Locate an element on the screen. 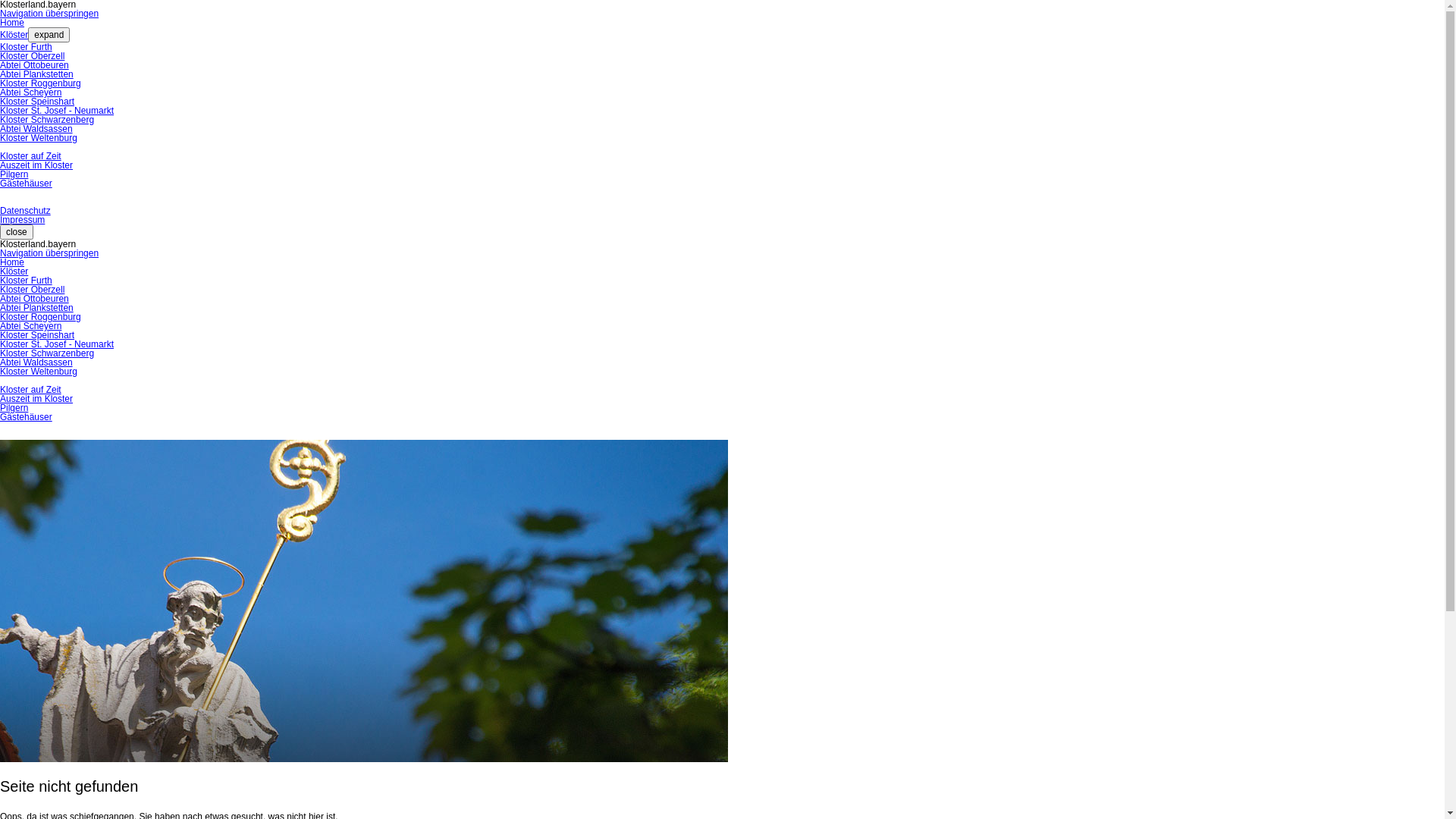 Image resolution: width=1456 pixels, height=819 pixels. 'Kloster Furth' is located at coordinates (0, 45).